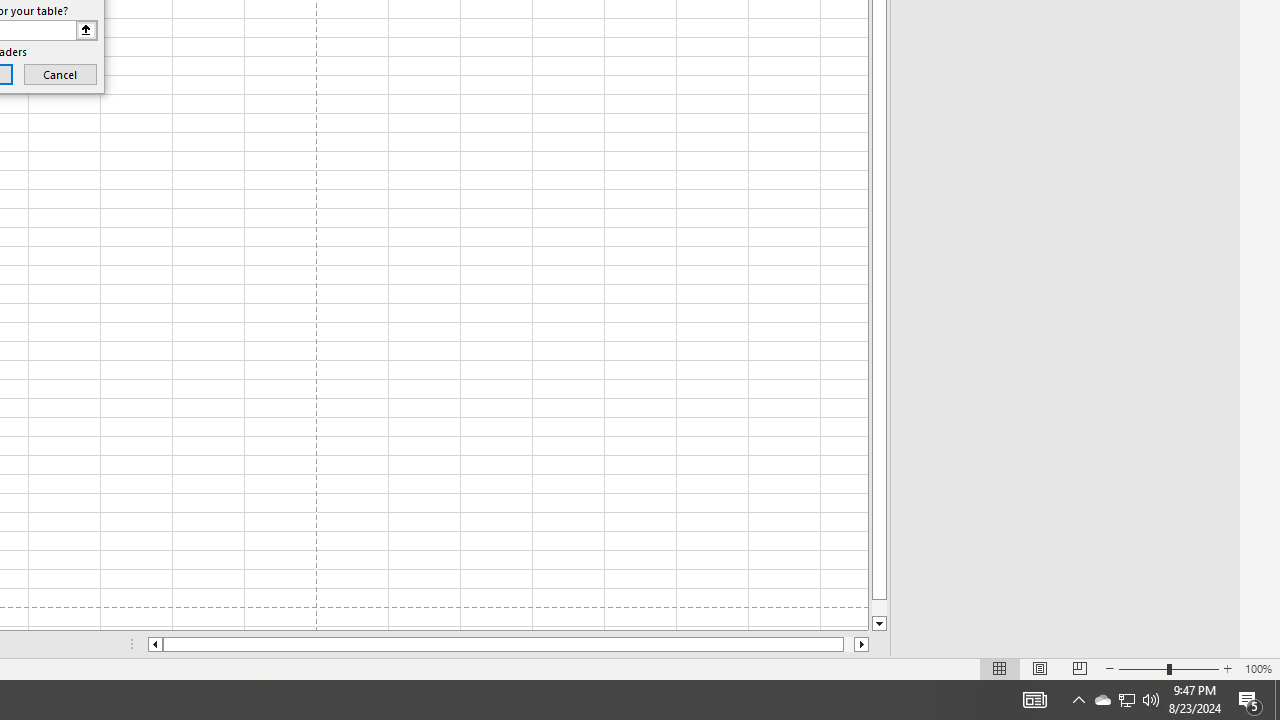 The width and height of the screenshot is (1280, 720). I want to click on 'Column right', so click(862, 644).